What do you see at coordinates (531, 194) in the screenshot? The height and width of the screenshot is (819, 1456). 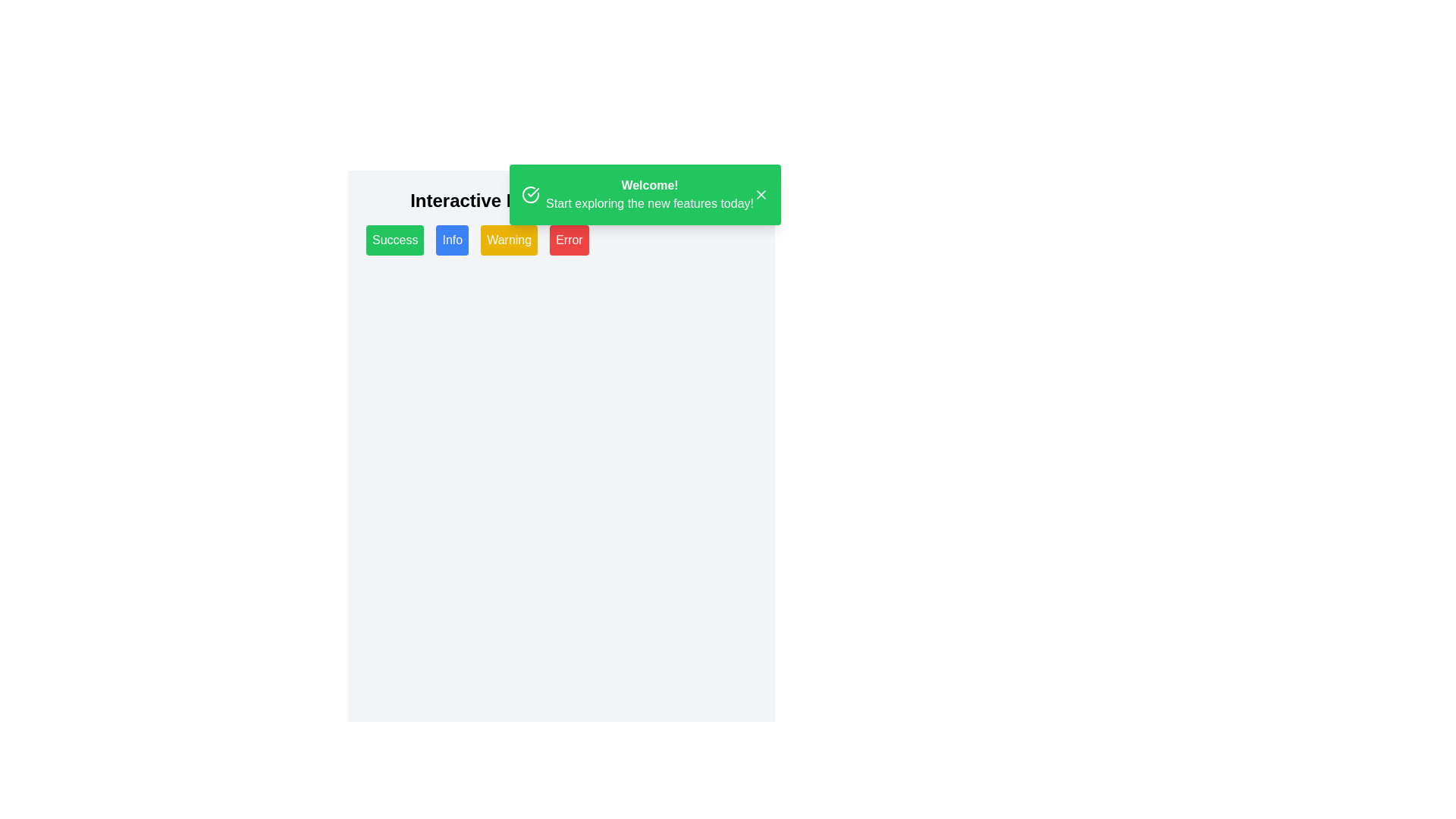 I see `the success status icon located to the left of the text 'Welcome! Start exploring the new features today!' in the green notification banner at the top right corner of the interface for possible interactions` at bounding box center [531, 194].